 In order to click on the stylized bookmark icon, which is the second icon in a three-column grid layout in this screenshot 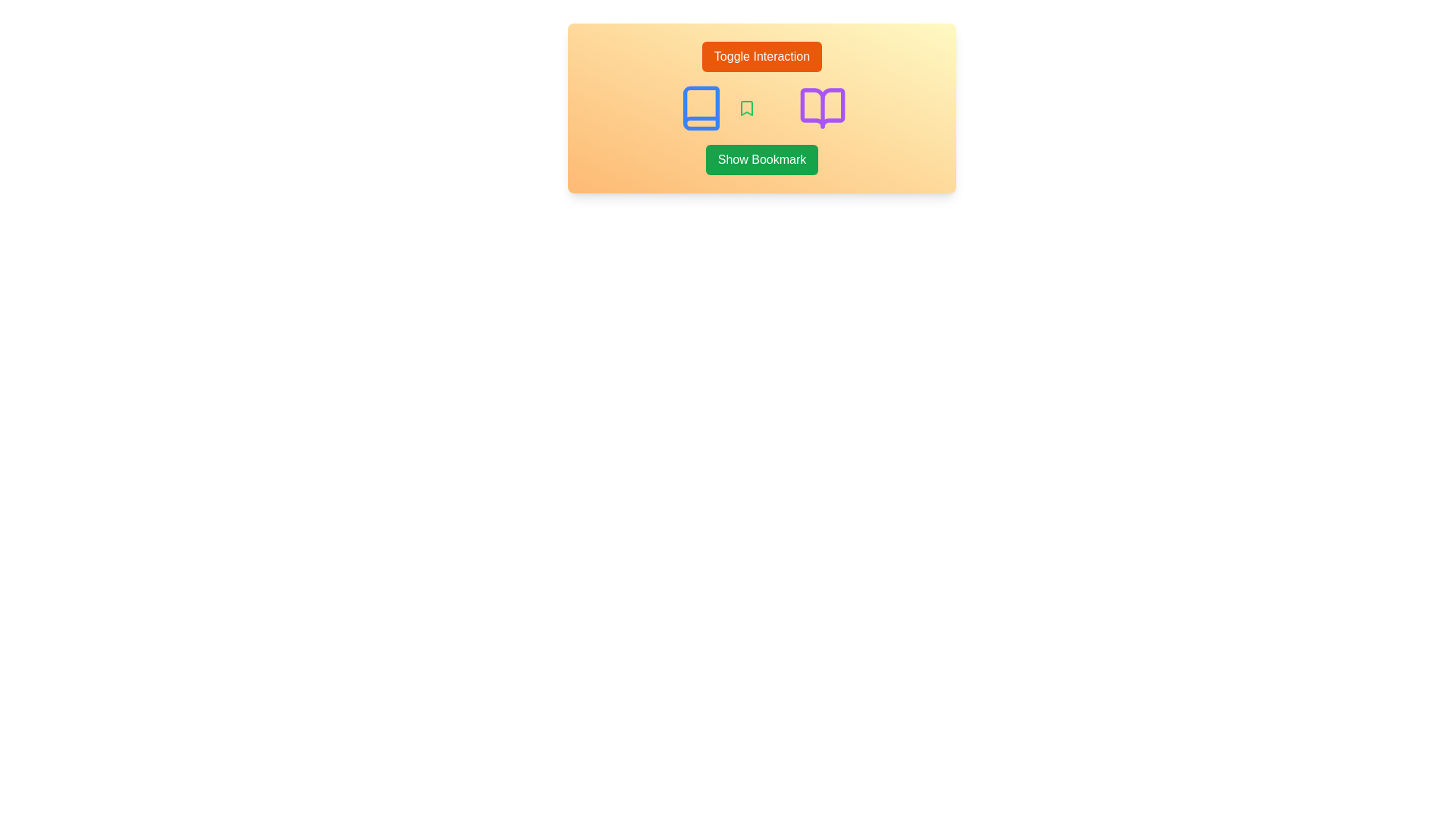, I will do `click(746, 107)`.